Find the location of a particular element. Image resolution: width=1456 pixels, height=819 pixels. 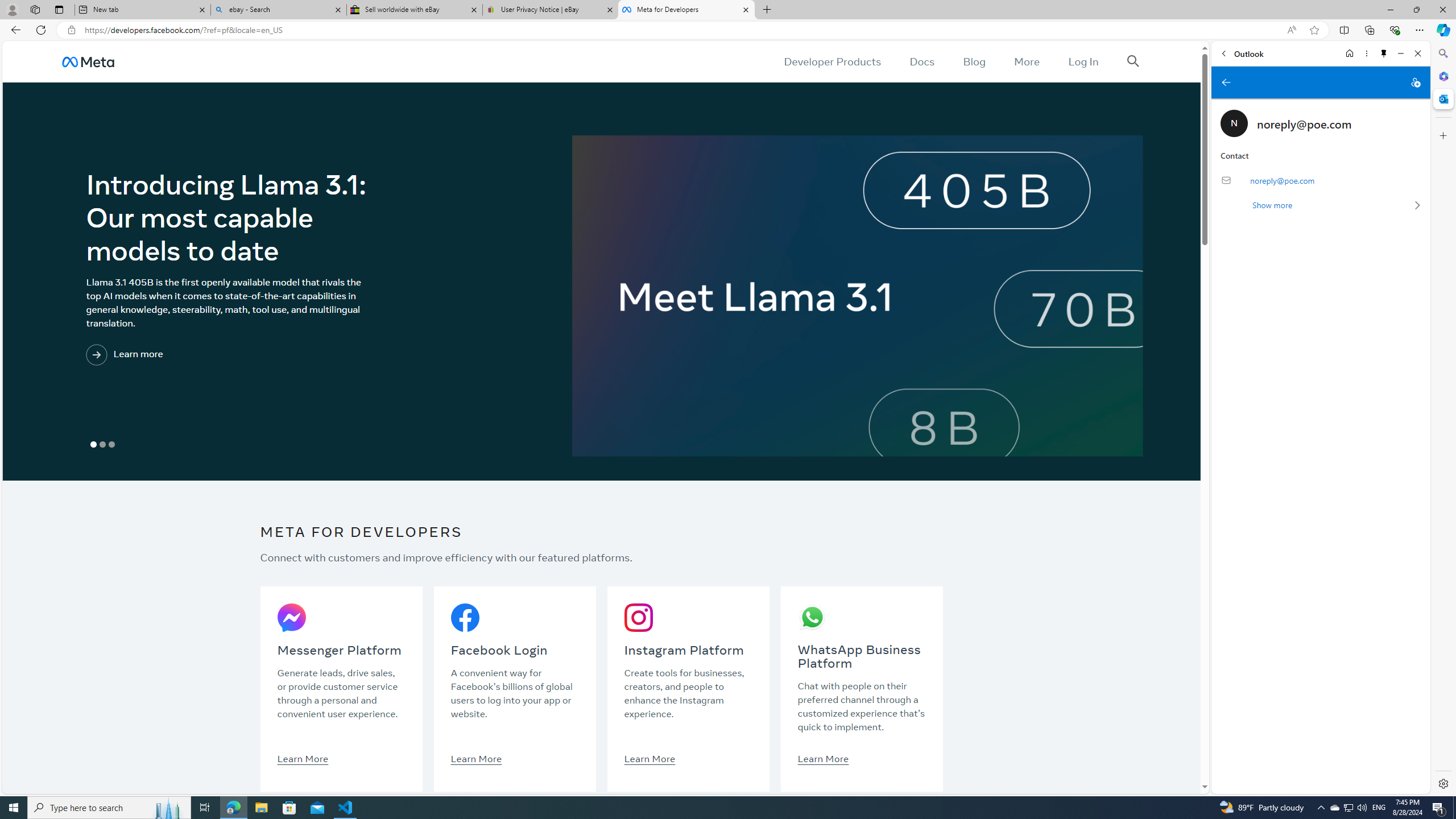

'Settings' is located at coordinates (1442, 783).